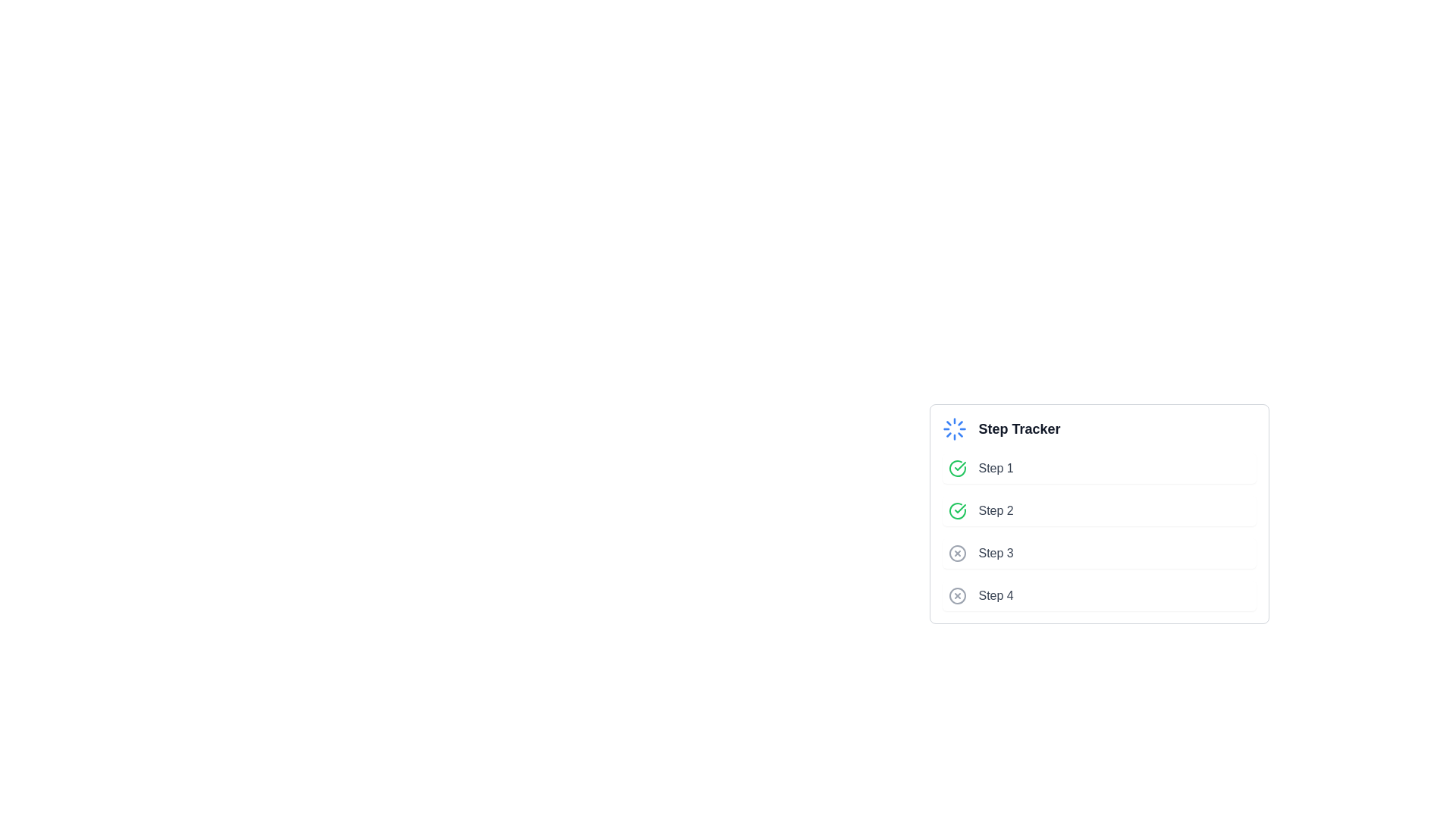  What do you see at coordinates (956, 553) in the screenshot?
I see `the circular icon indicating the pending status of 'Step 3', which is positioned to the left of the text 'Step 3' in the step tracker` at bounding box center [956, 553].